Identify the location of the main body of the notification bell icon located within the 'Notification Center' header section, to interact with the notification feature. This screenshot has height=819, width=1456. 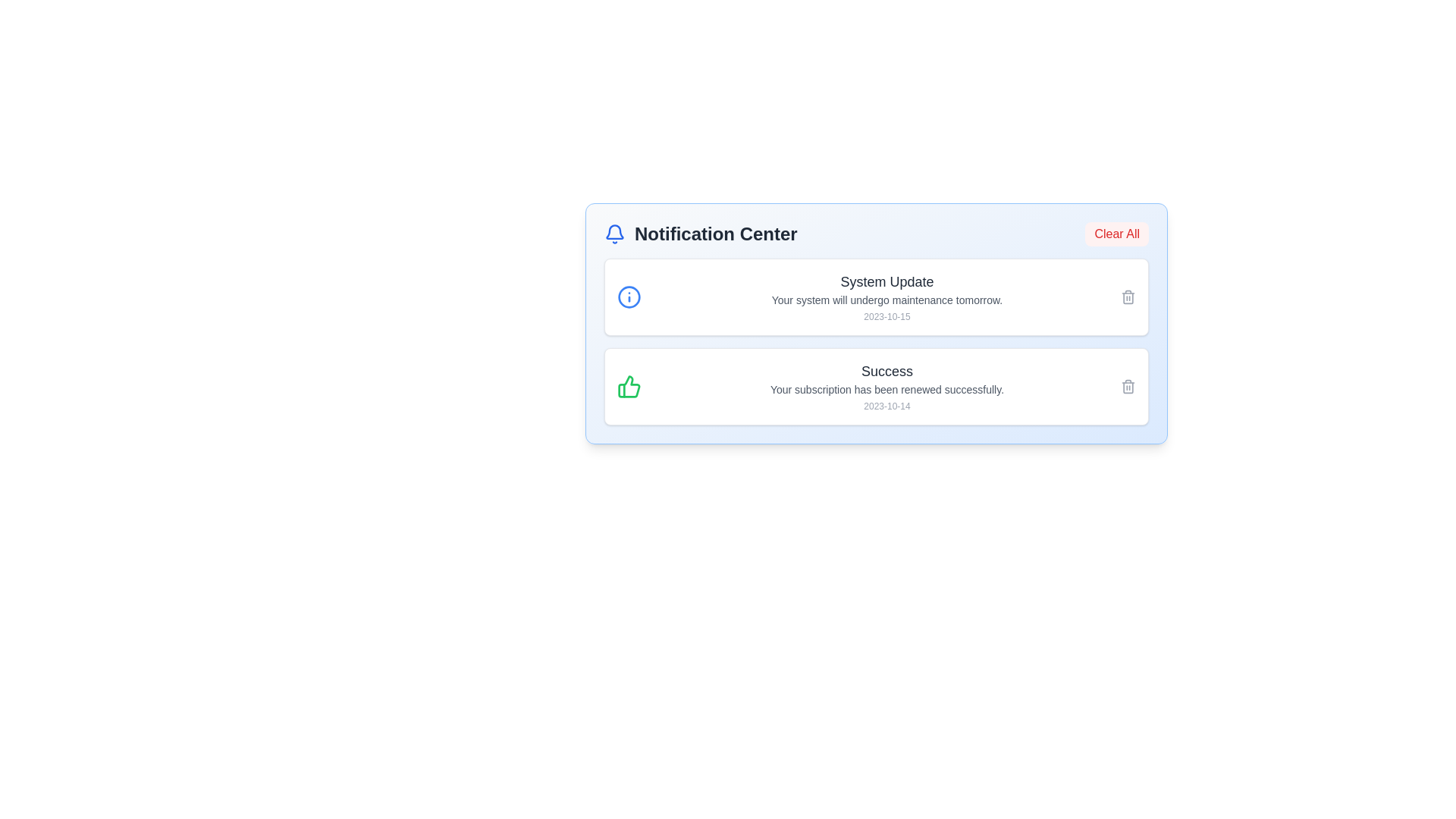
(615, 232).